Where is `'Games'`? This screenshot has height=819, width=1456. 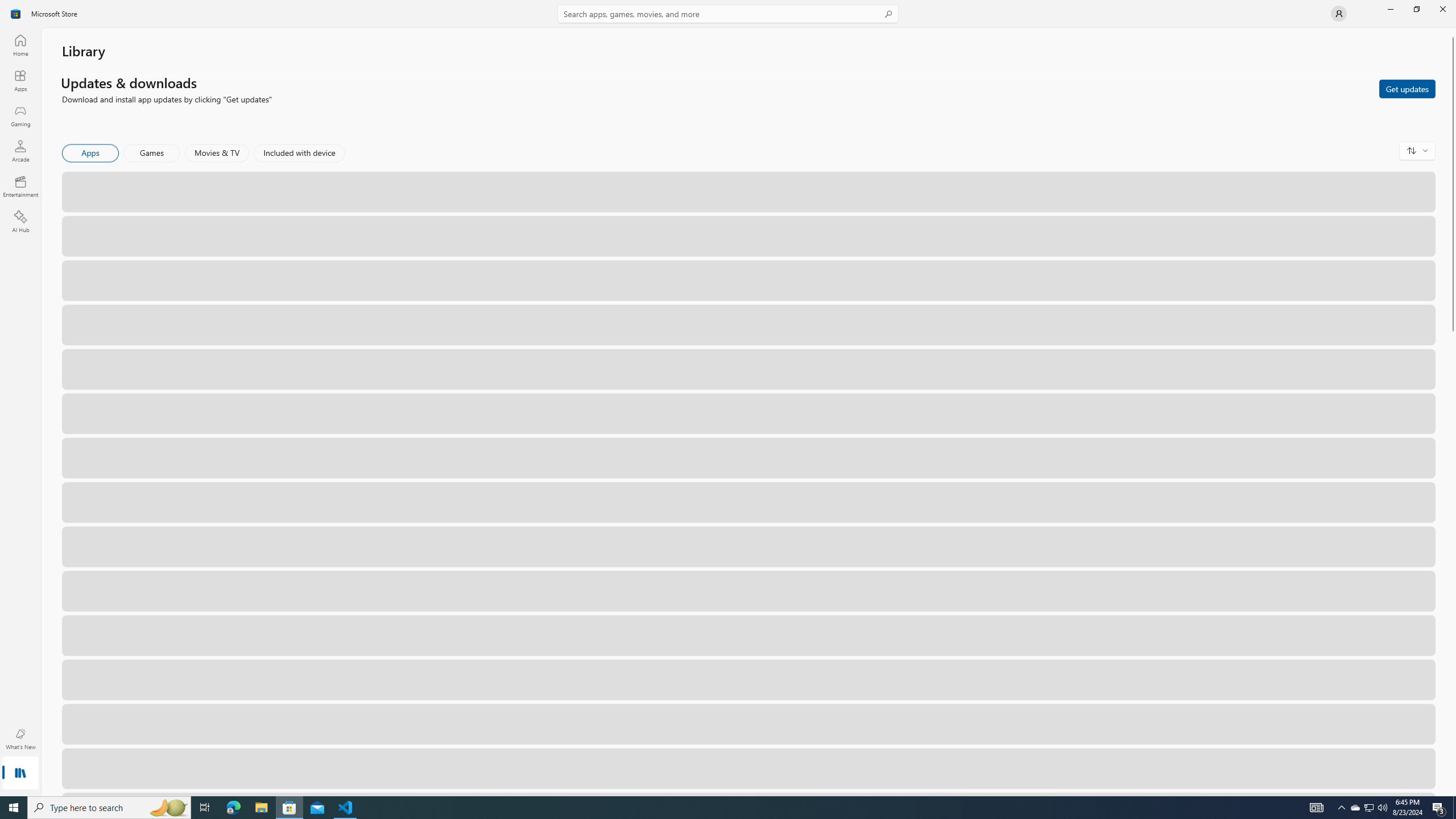
'Games' is located at coordinates (151, 152).